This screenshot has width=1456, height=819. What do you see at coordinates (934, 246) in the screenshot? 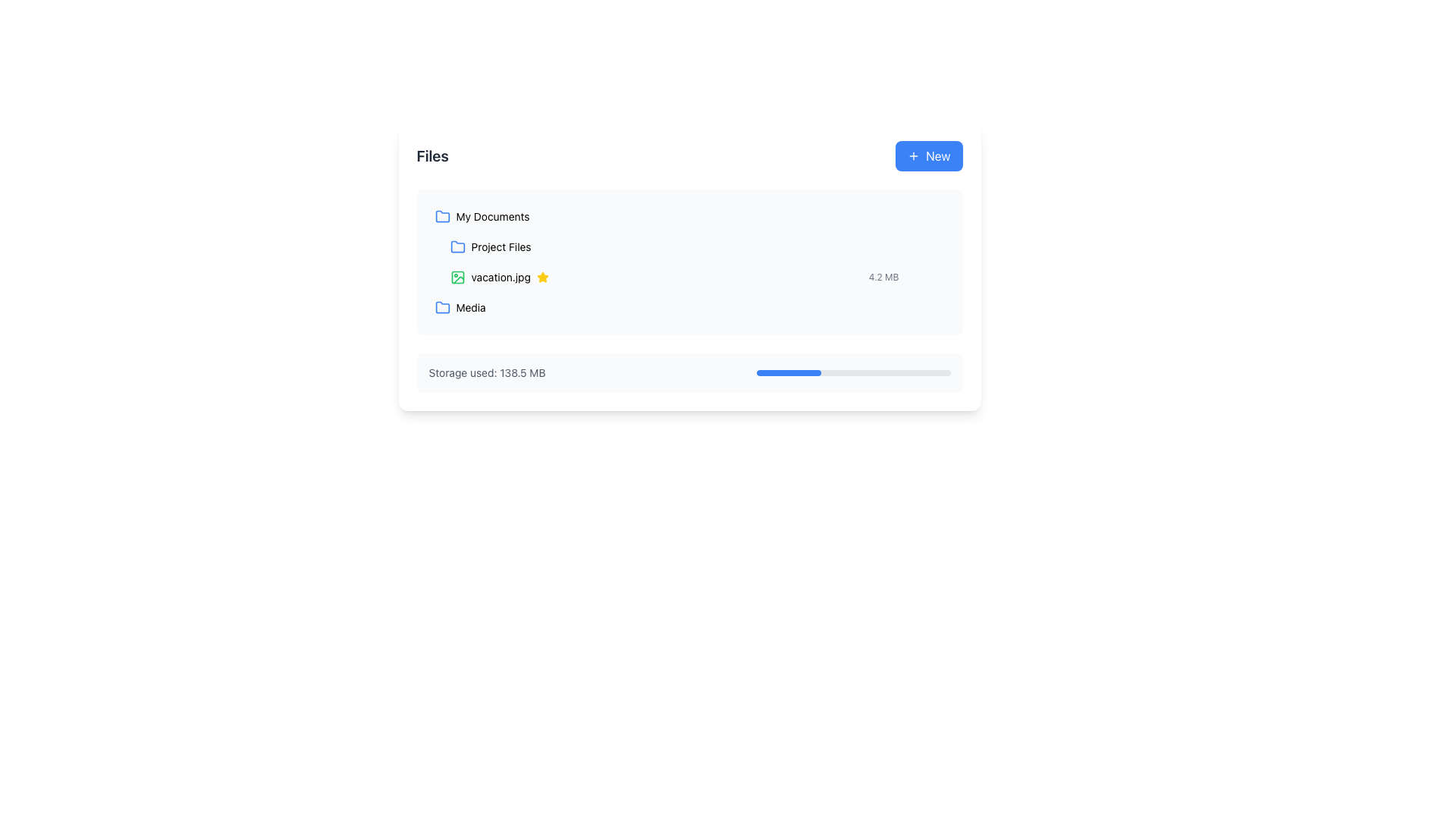
I see `the three vertically aligned dots ellipsis menu located in the rightmost part of the file list row, adjacent to the size information of 'vacation.jpg', to alter its styling` at bounding box center [934, 246].